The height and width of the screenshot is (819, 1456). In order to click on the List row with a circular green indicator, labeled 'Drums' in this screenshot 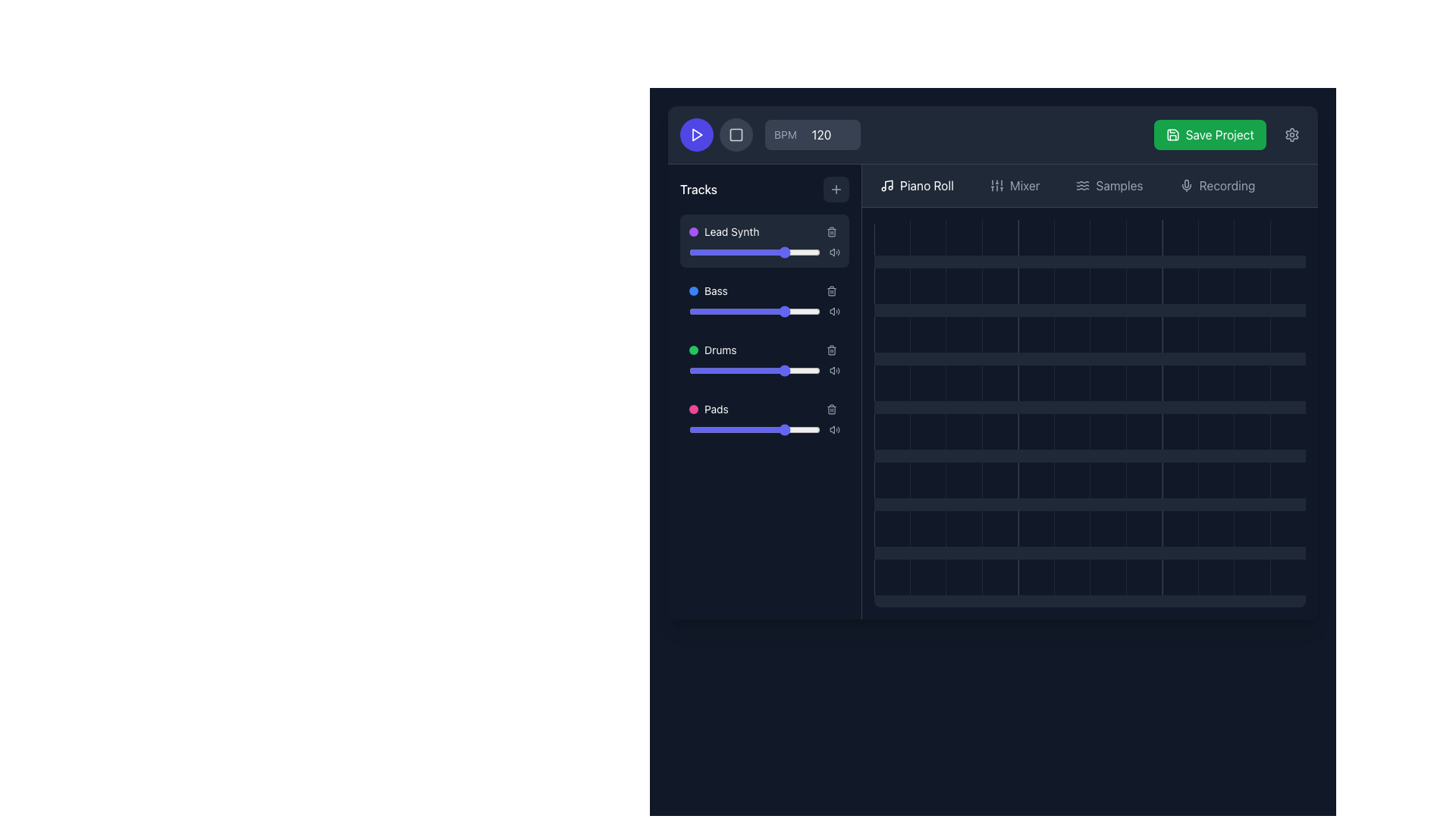, I will do `click(764, 350)`.